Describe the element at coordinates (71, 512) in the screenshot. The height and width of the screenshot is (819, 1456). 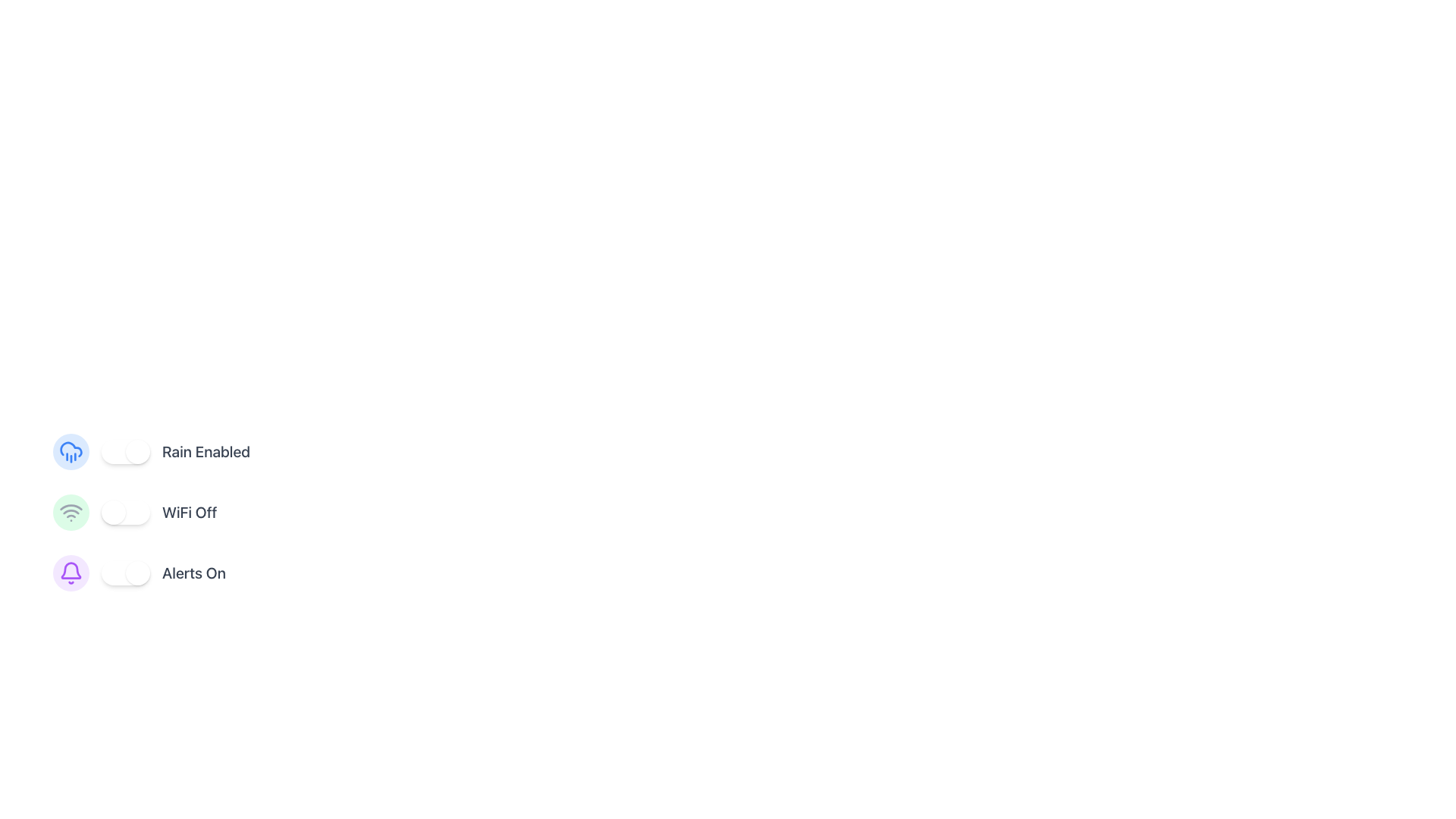
I see `the Wi-Fi icon located to the left of the 'WiFi Off' label and adjacent to the toggle switch` at that location.